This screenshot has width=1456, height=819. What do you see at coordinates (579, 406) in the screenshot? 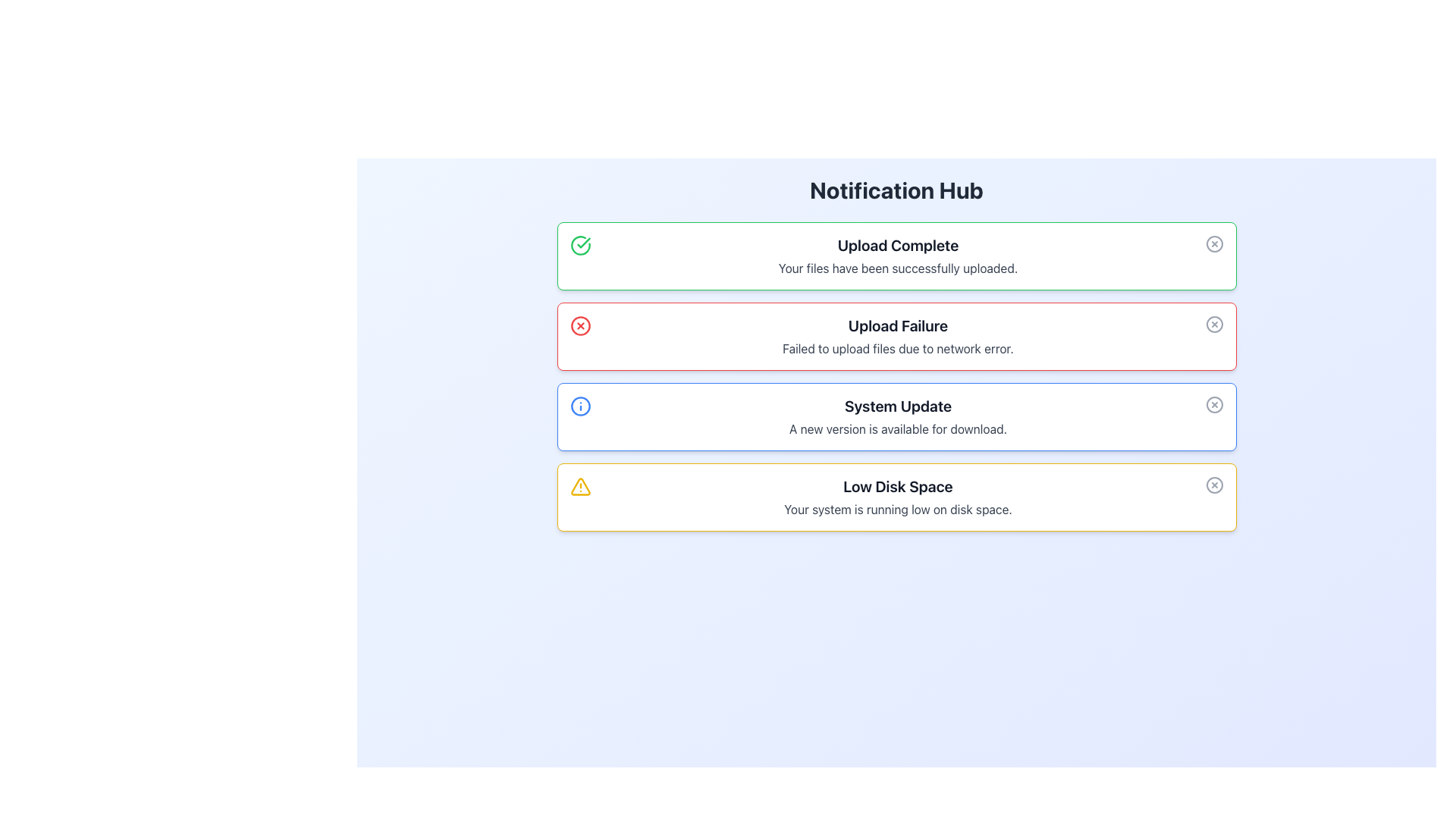
I see `the circular element with a blue outline located in the system update notification icon, which is positioned in the third notification row to the left of the heading 'System Update'` at bounding box center [579, 406].